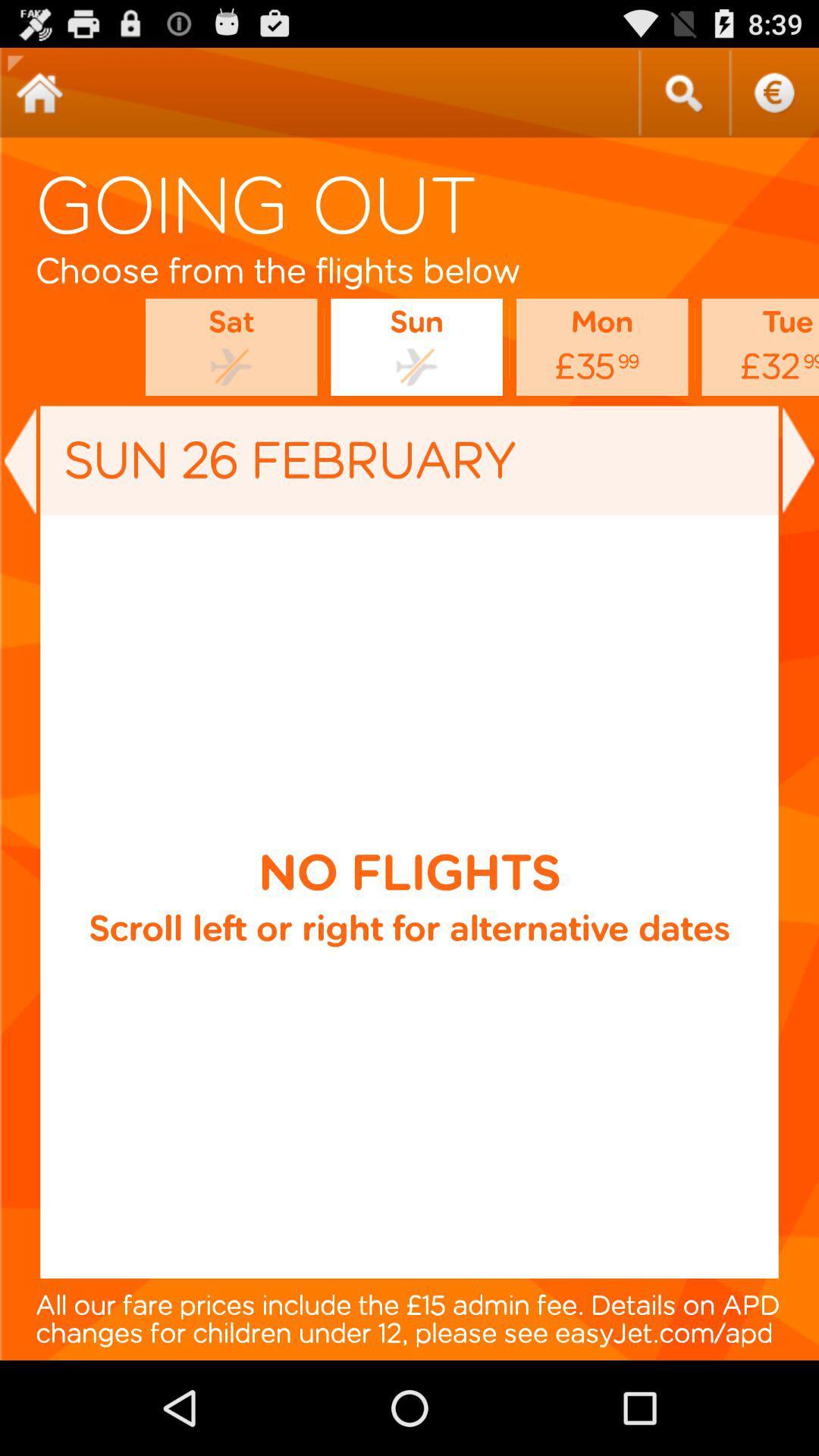 Image resolution: width=819 pixels, height=1456 pixels. I want to click on prices or buy, so click(773, 92).